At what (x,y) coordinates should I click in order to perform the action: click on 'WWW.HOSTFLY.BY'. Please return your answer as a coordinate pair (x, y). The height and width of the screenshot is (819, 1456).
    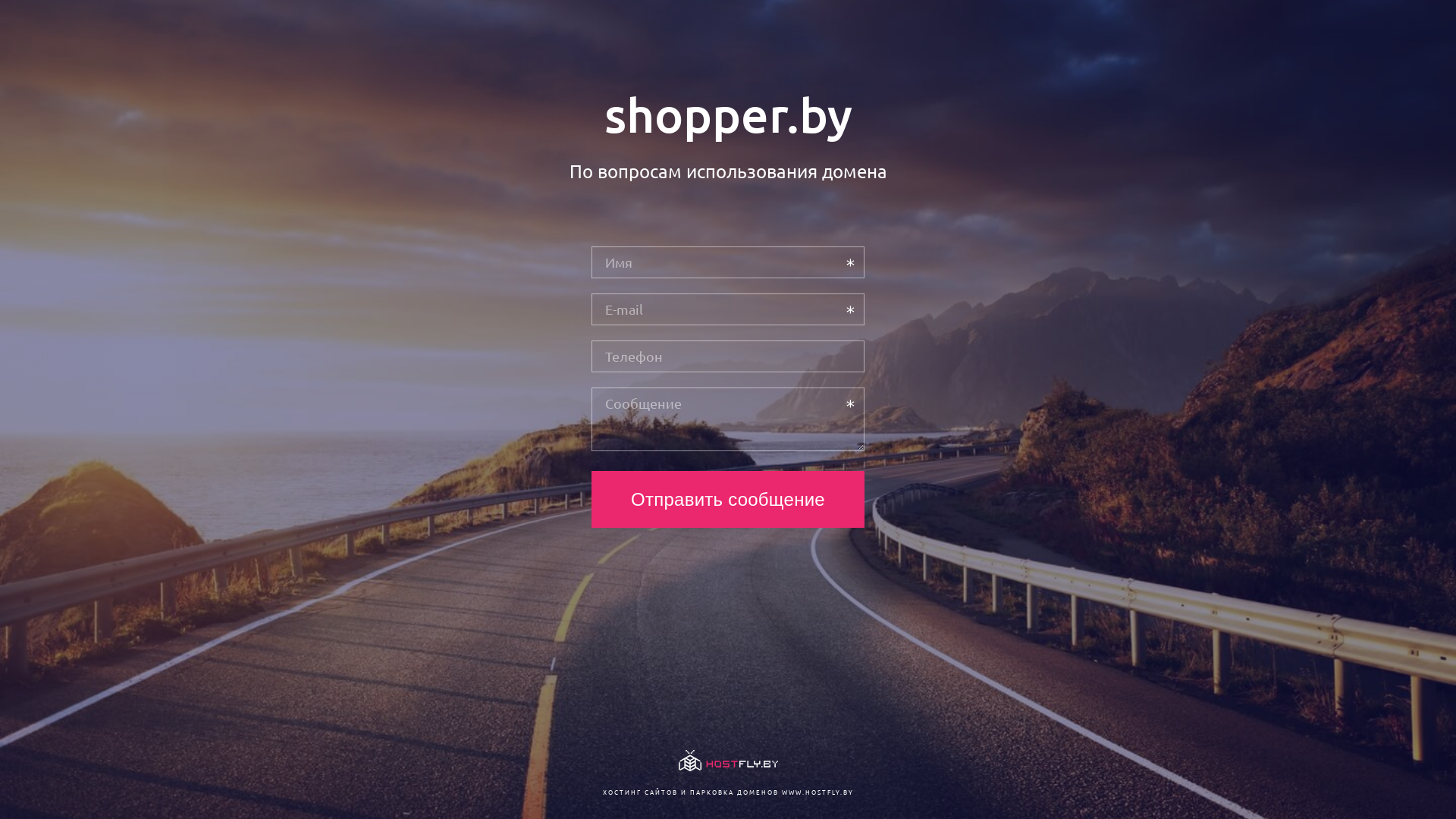
    Looking at the image, I should click on (816, 791).